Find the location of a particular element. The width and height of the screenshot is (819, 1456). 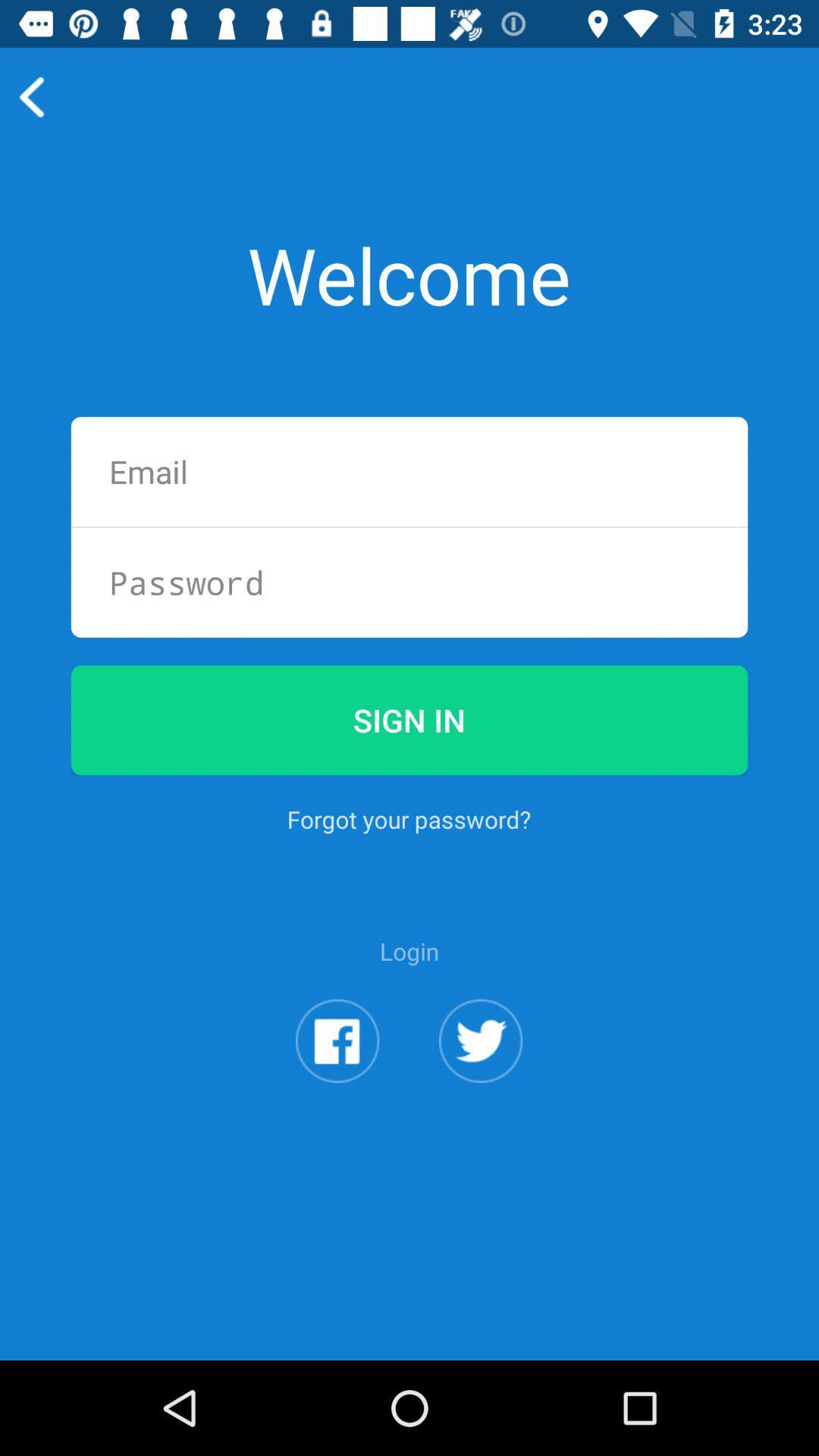

the password is located at coordinates (409, 582).